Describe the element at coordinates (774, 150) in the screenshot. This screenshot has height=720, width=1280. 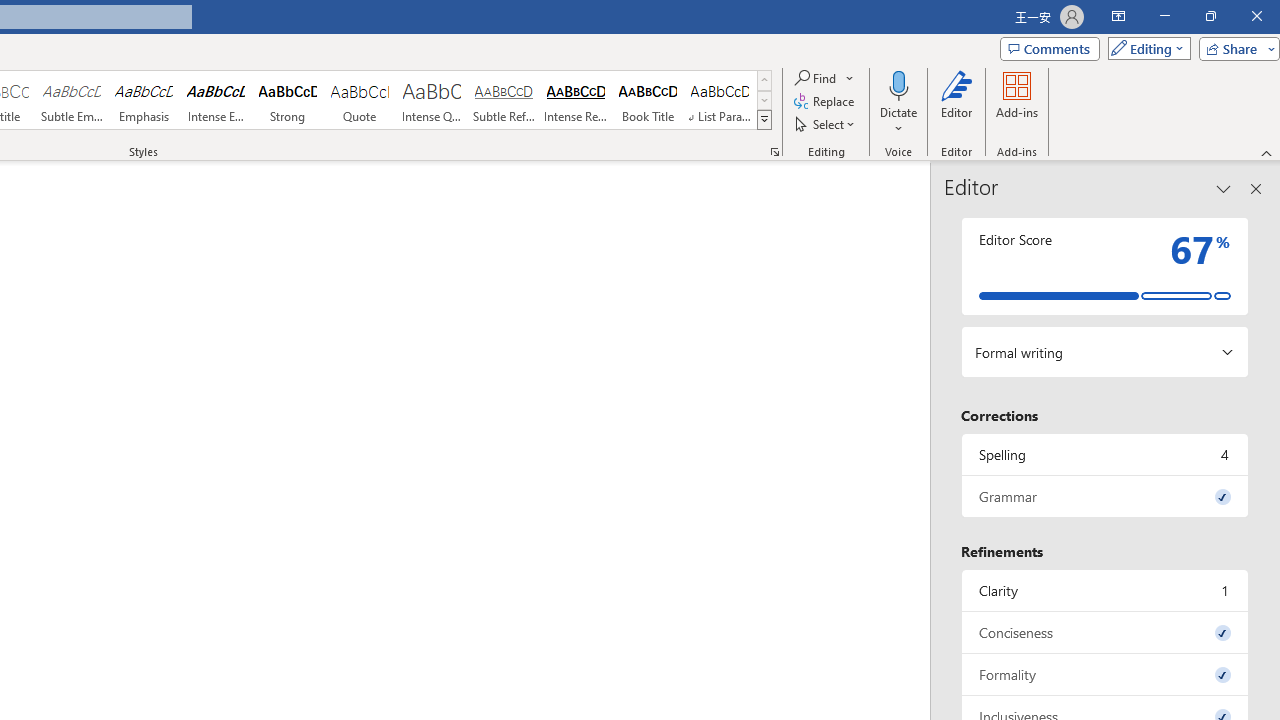
I see `'Styles...'` at that location.